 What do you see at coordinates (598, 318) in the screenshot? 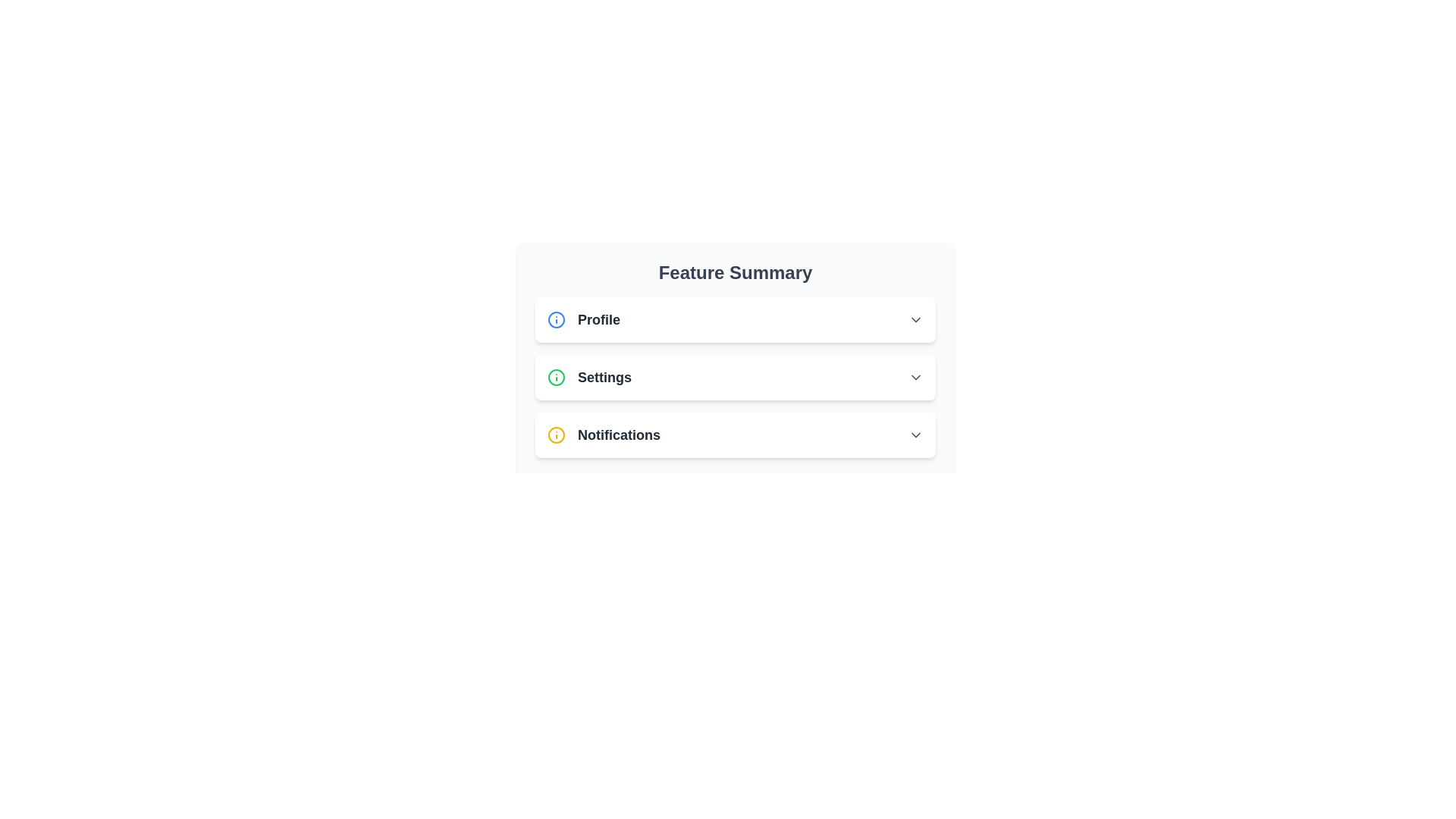
I see `the 'Profile' text label, which is a large, bold, gray-colored label positioned to the right of an icon in a panel below the 'Feature Summary' heading` at bounding box center [598, 318].